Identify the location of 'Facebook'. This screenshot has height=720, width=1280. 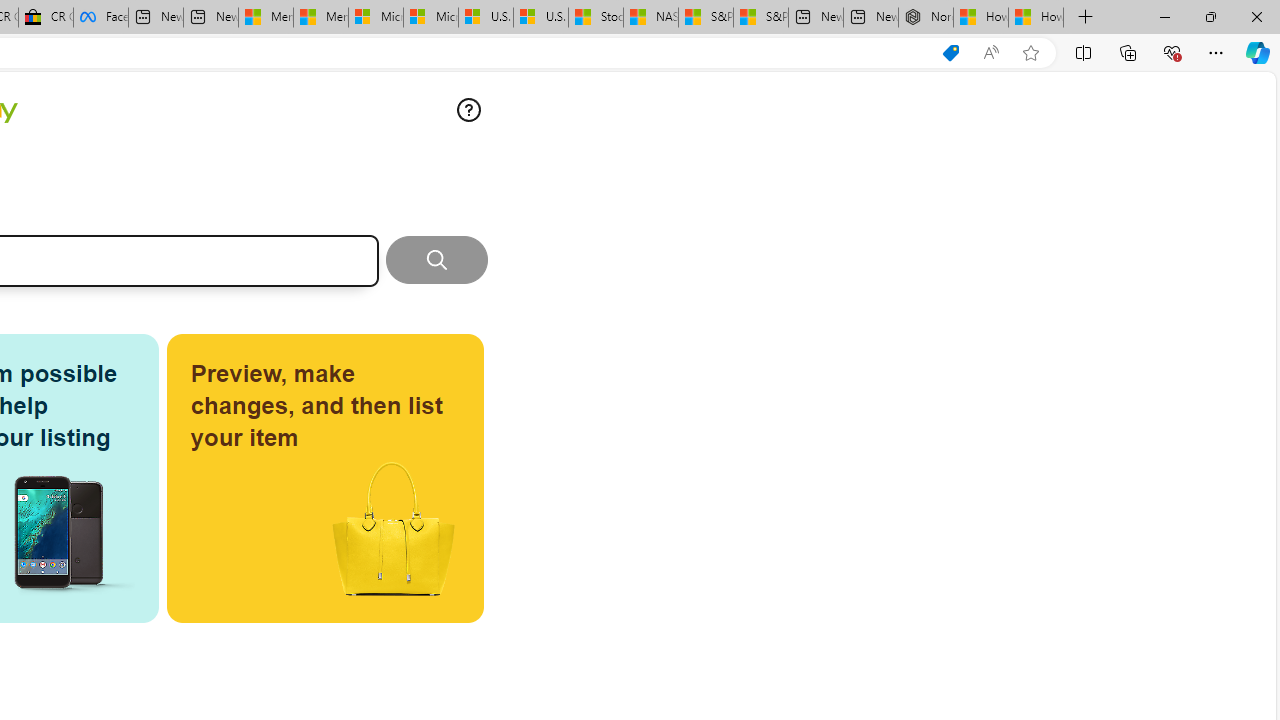
(100, 17).